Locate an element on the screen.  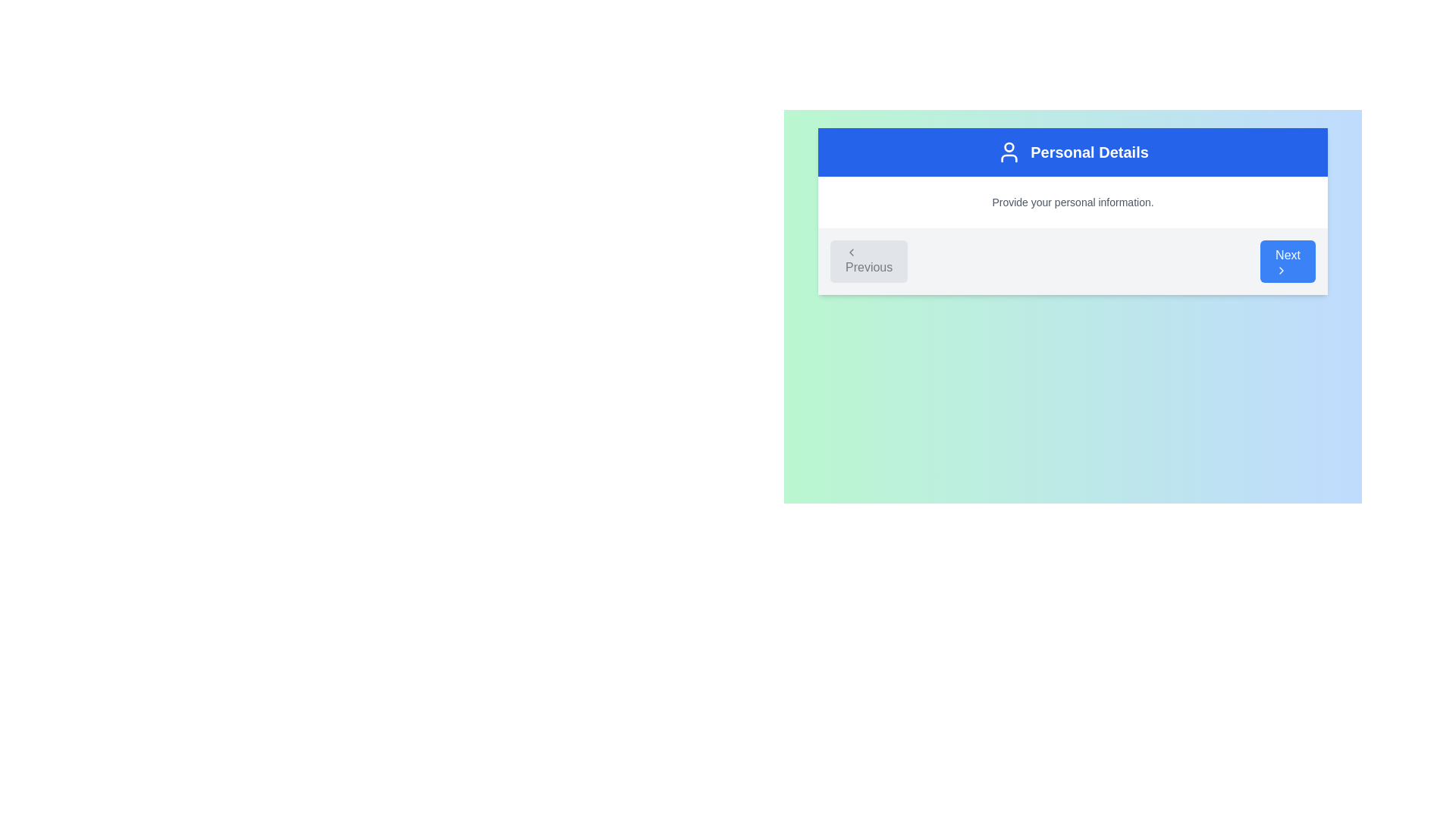
the blue rectangular header element labeled 'Personal Details' which is visually distinctive and contains a user icon to the left of the text is located at coordinates (1072, 152).